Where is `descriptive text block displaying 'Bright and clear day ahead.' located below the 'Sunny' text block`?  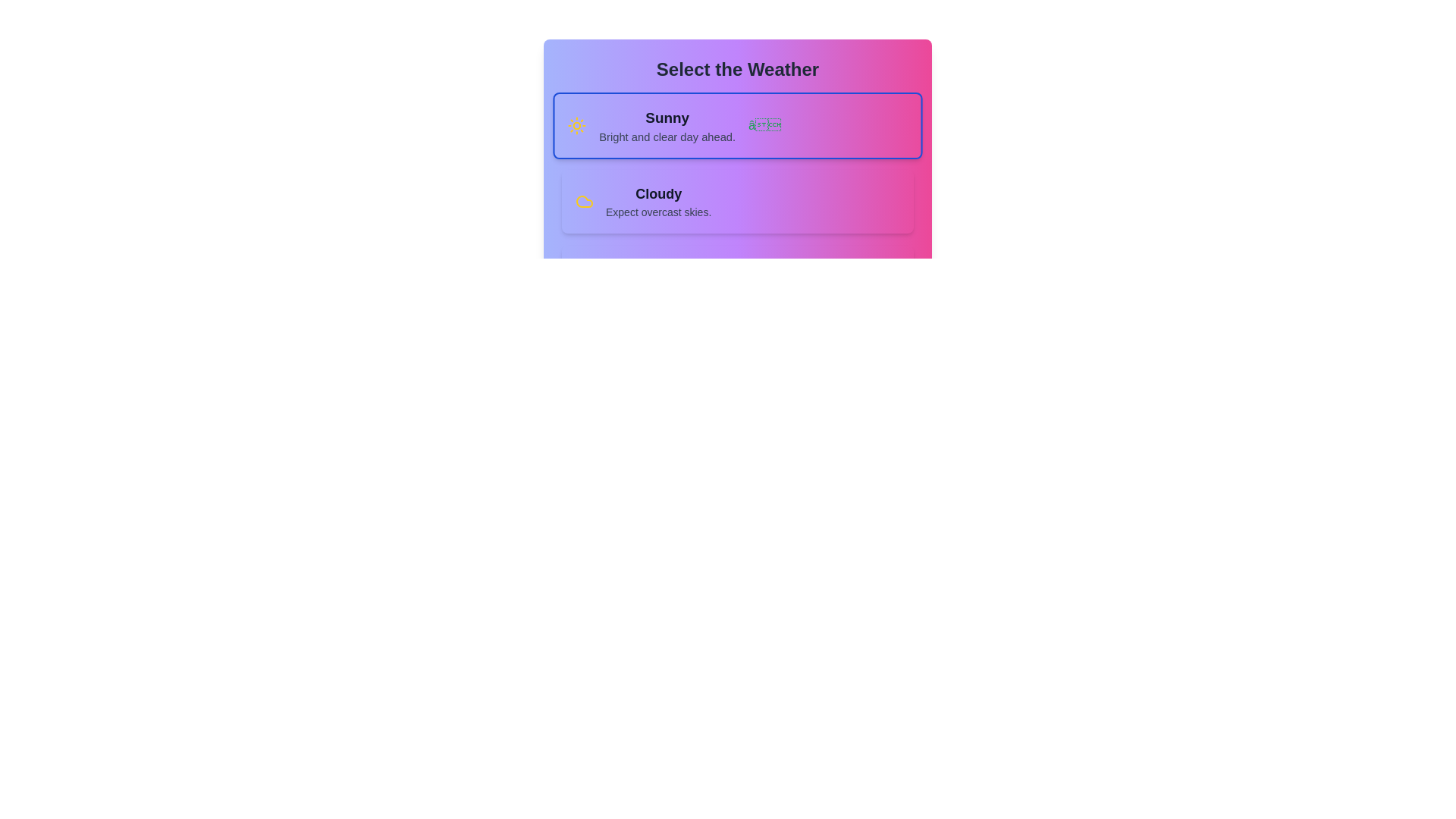
descriptive text block displaying 'Bright and clear day ahead.' located below the 'Sunny' text block is located at coordinates (667, 136).